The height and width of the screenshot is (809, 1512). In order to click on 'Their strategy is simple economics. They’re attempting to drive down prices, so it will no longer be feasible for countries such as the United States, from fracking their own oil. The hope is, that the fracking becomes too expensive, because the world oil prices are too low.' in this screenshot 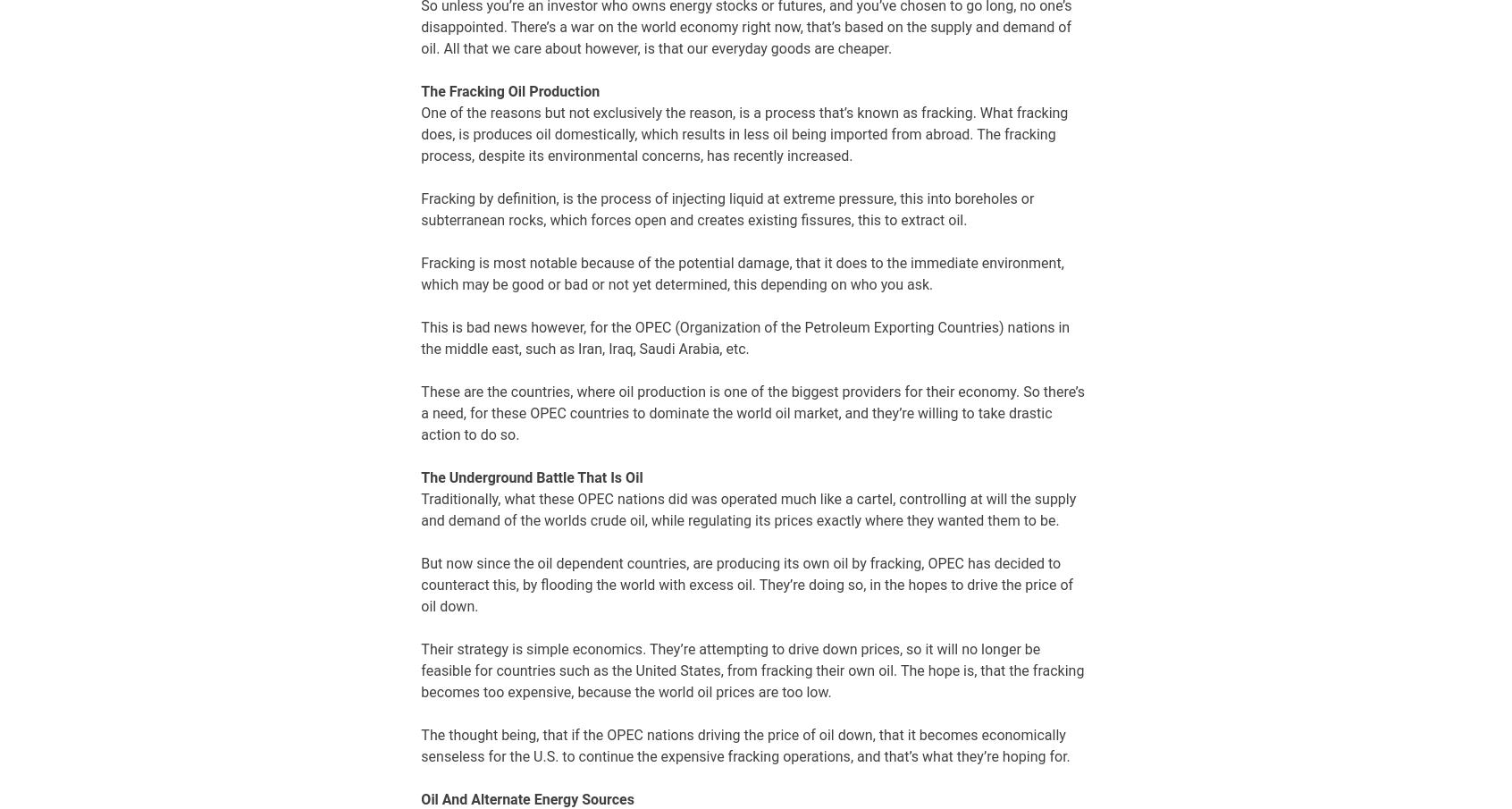, I will do `click(420, 669)`.